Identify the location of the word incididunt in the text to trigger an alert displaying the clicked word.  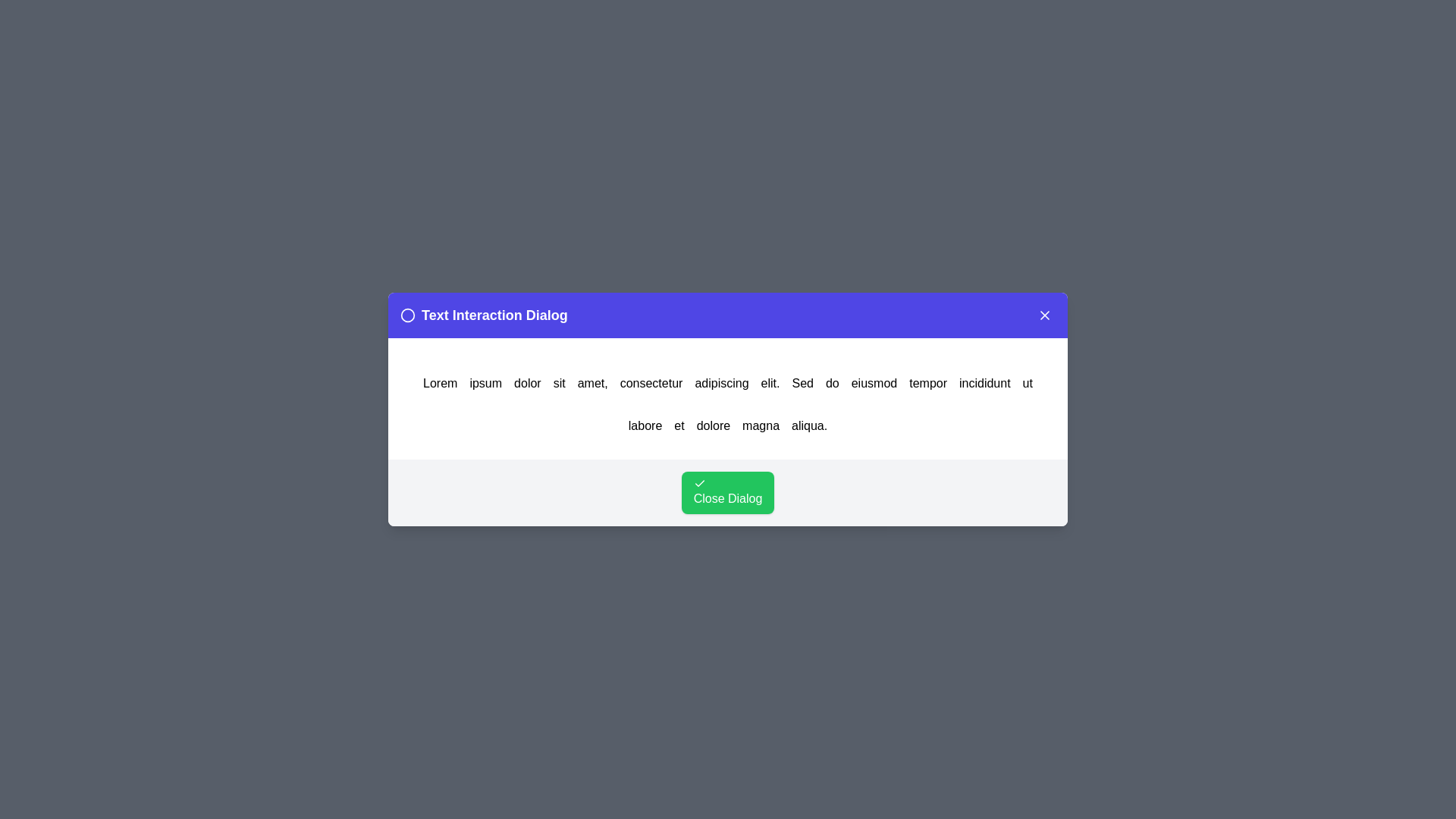
(984, 382).